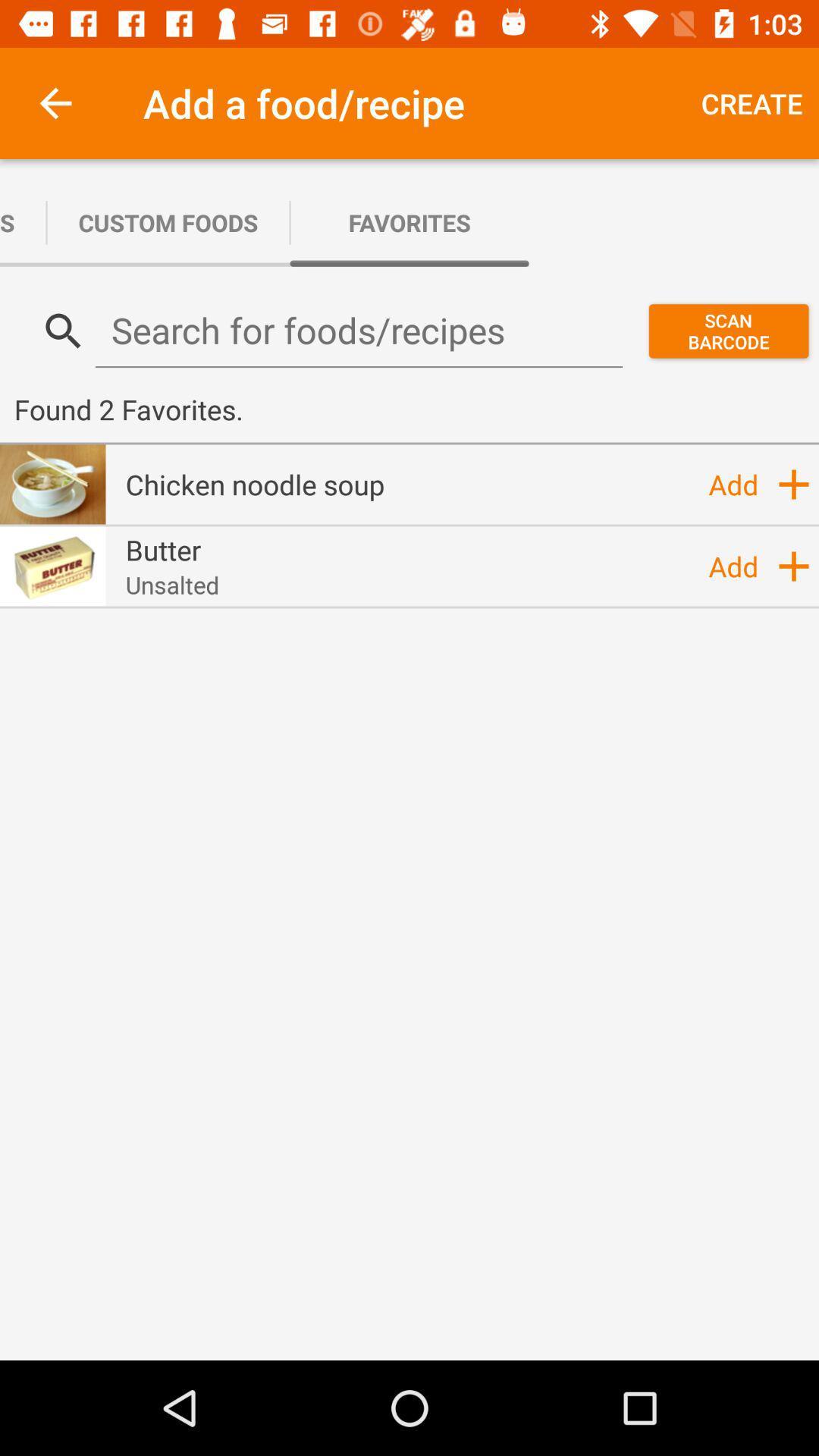 Image resolution: width=819 pixels, height=1456 pixels. Describe the element at coordinates (168, 221) in the screenshot. I see `the app next to custom recipes item` at that location.